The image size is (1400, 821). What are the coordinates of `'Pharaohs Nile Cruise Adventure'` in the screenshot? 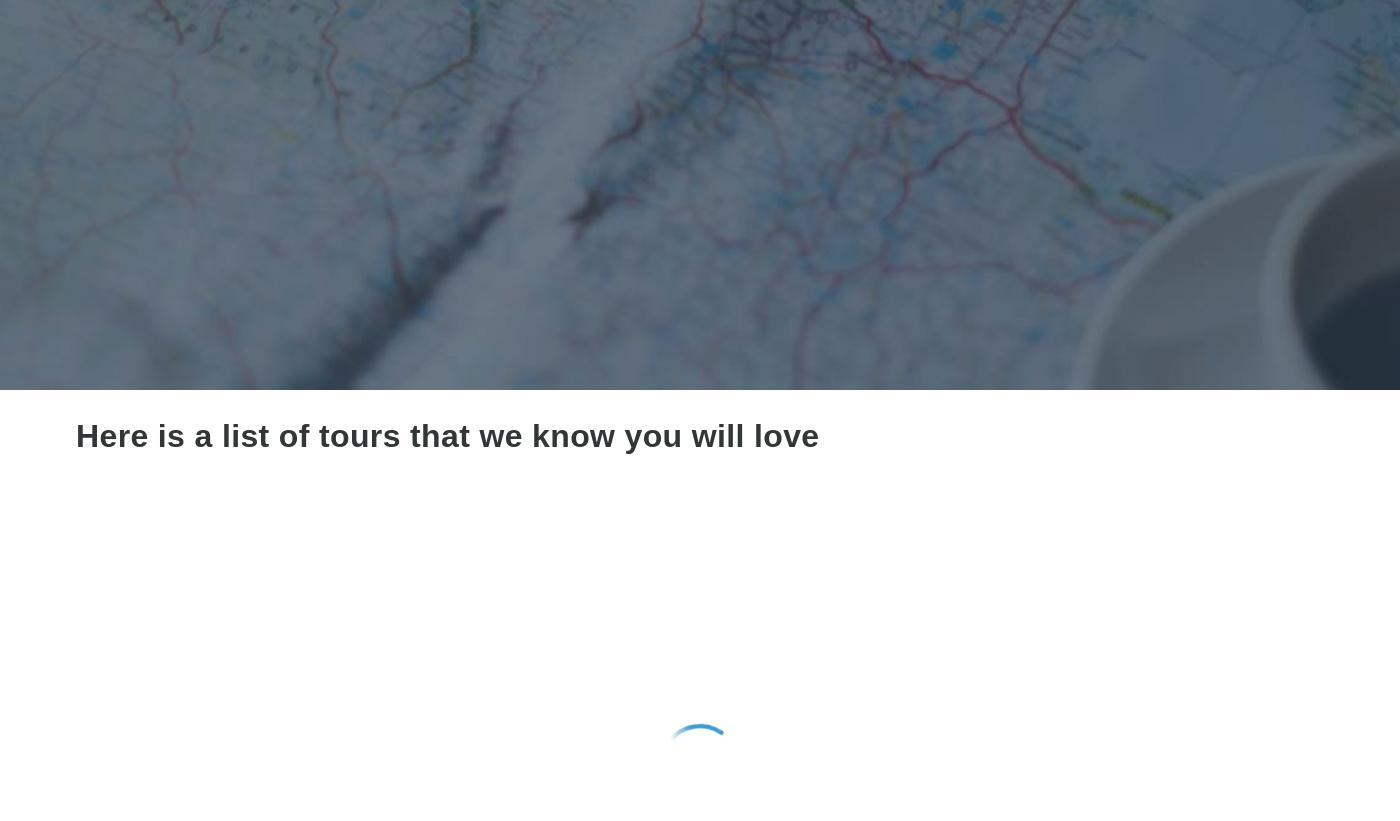 It's located at (1029, 716).